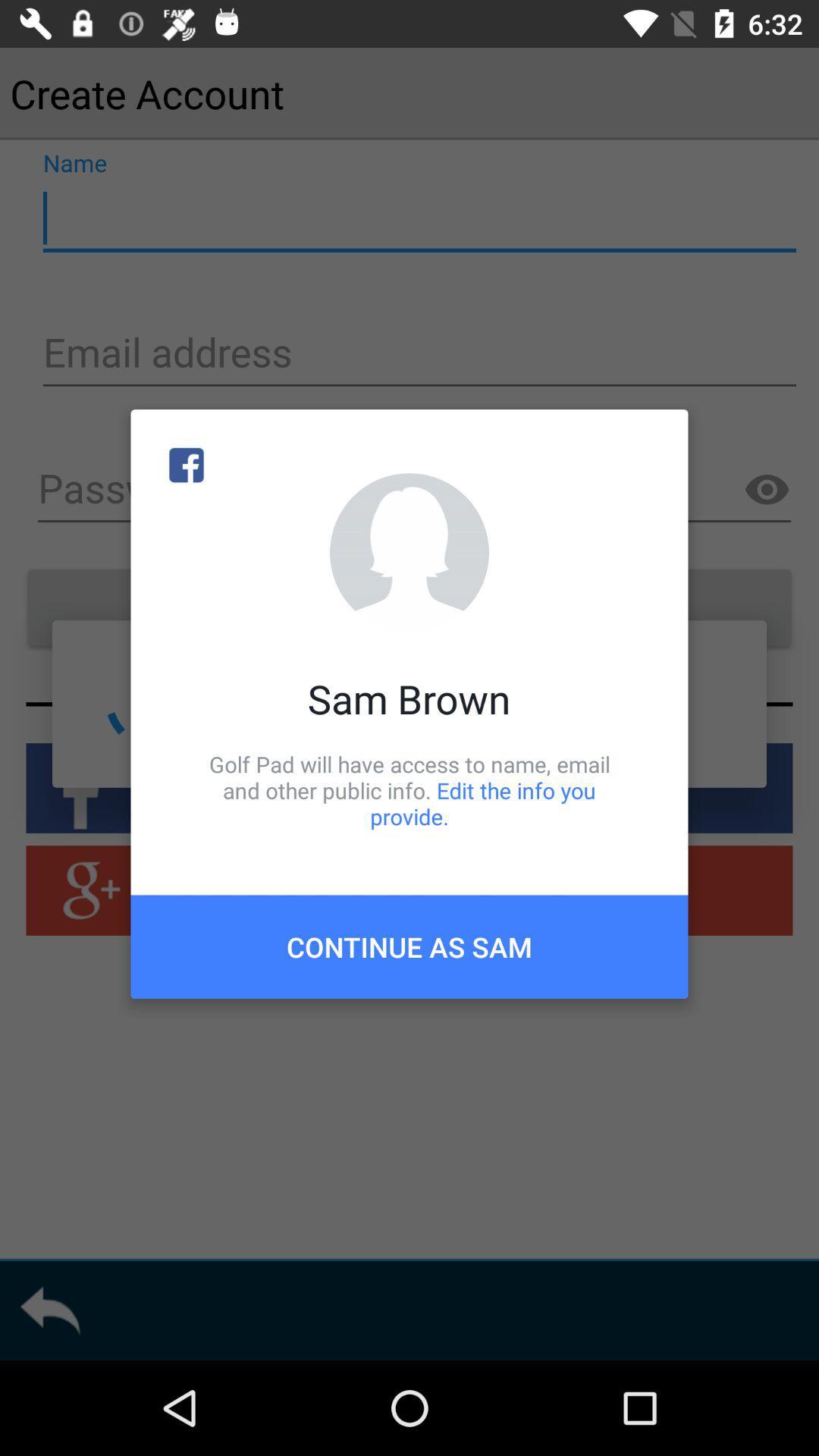 The image size is (819, 1456). Describe the element at coordinates (409, 946) in the screenshot. I see `continue as sam` at that location.